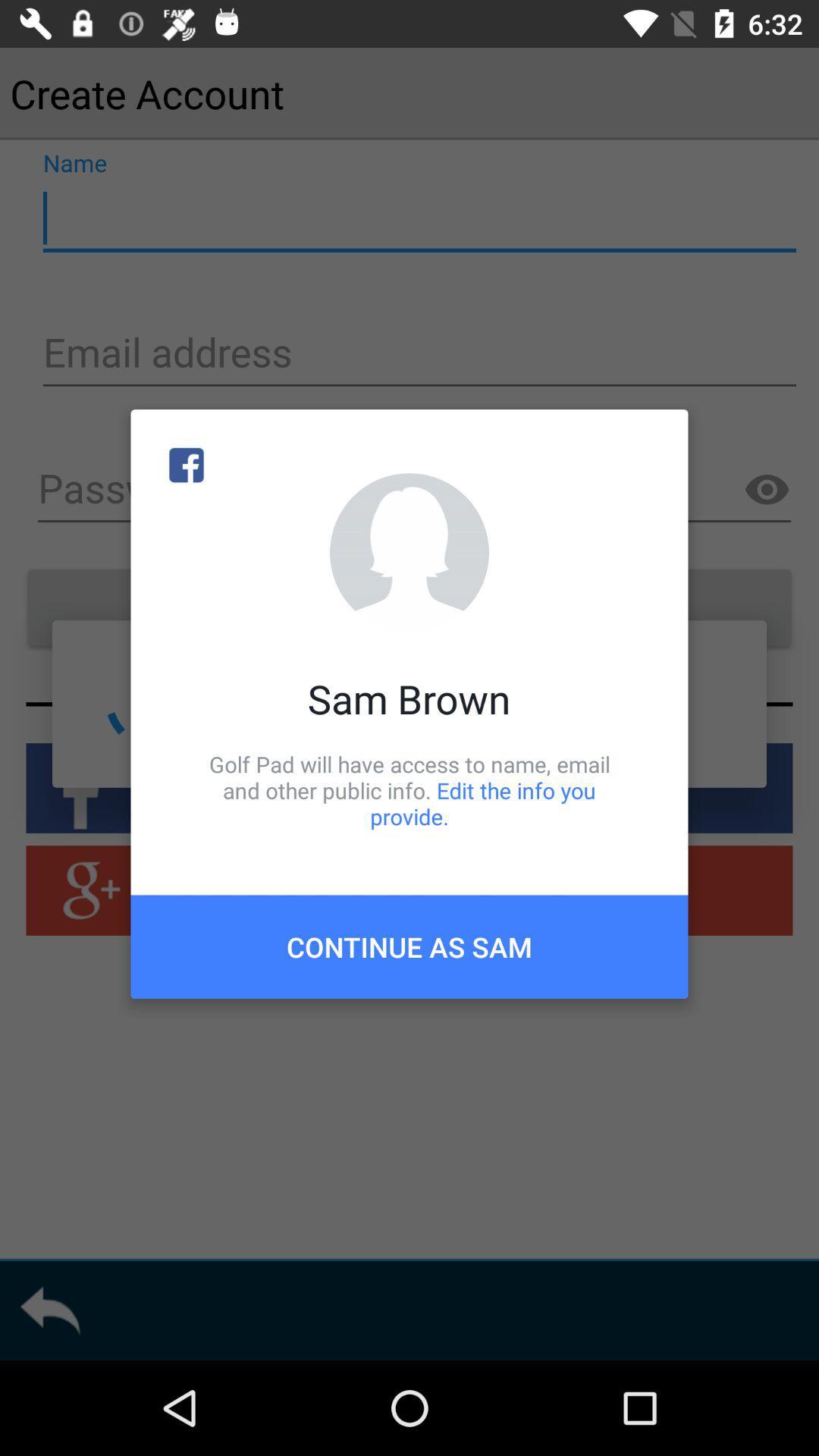 The image size is (819, 1456). Describe the element at coordinates (409, 946) in the screenshot. I see `continue as sam` at that location.